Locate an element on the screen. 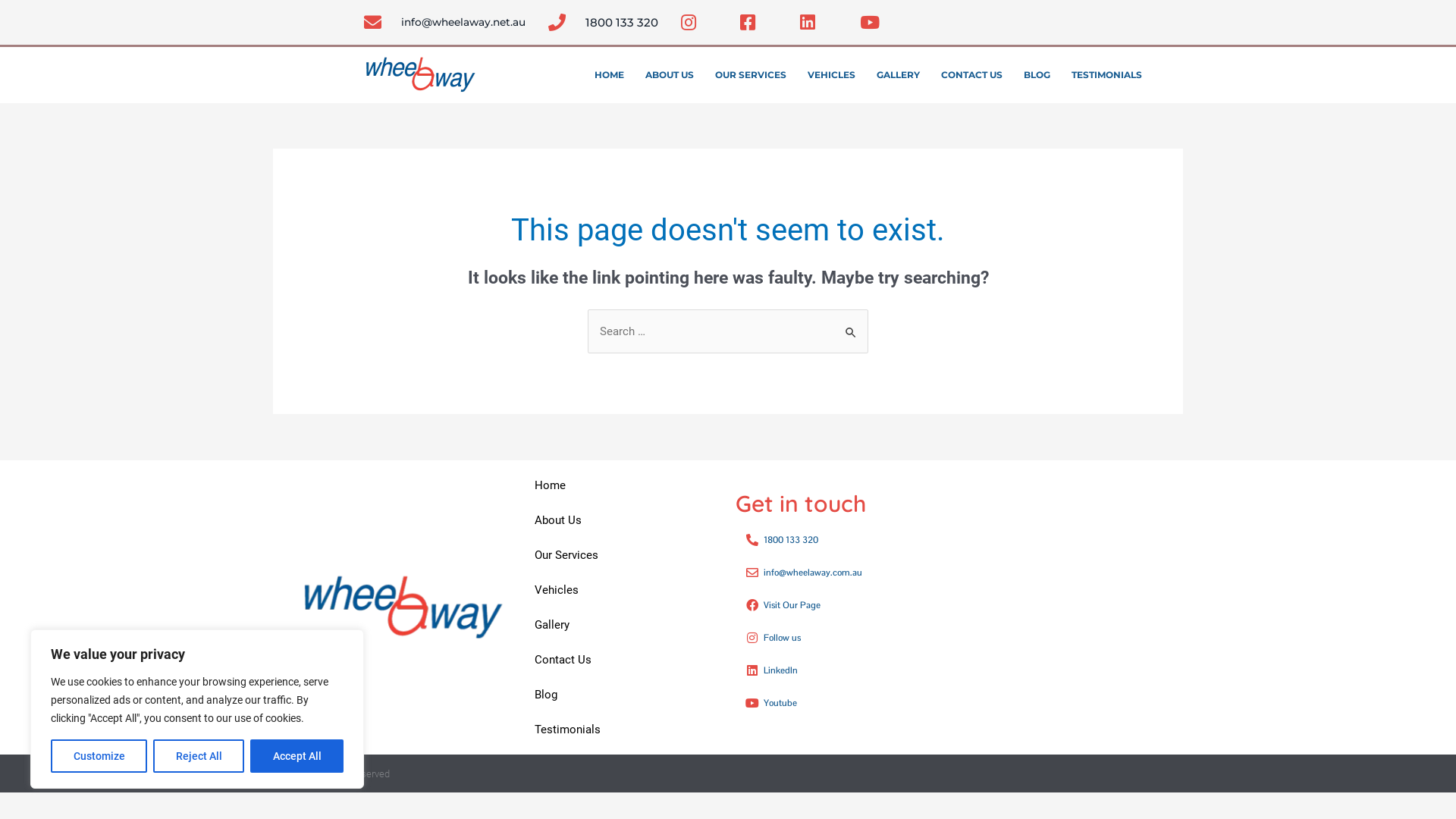 The height and width of the screenshot is (819, 1456). 'Twitter' is located at coordinates (999, 773).